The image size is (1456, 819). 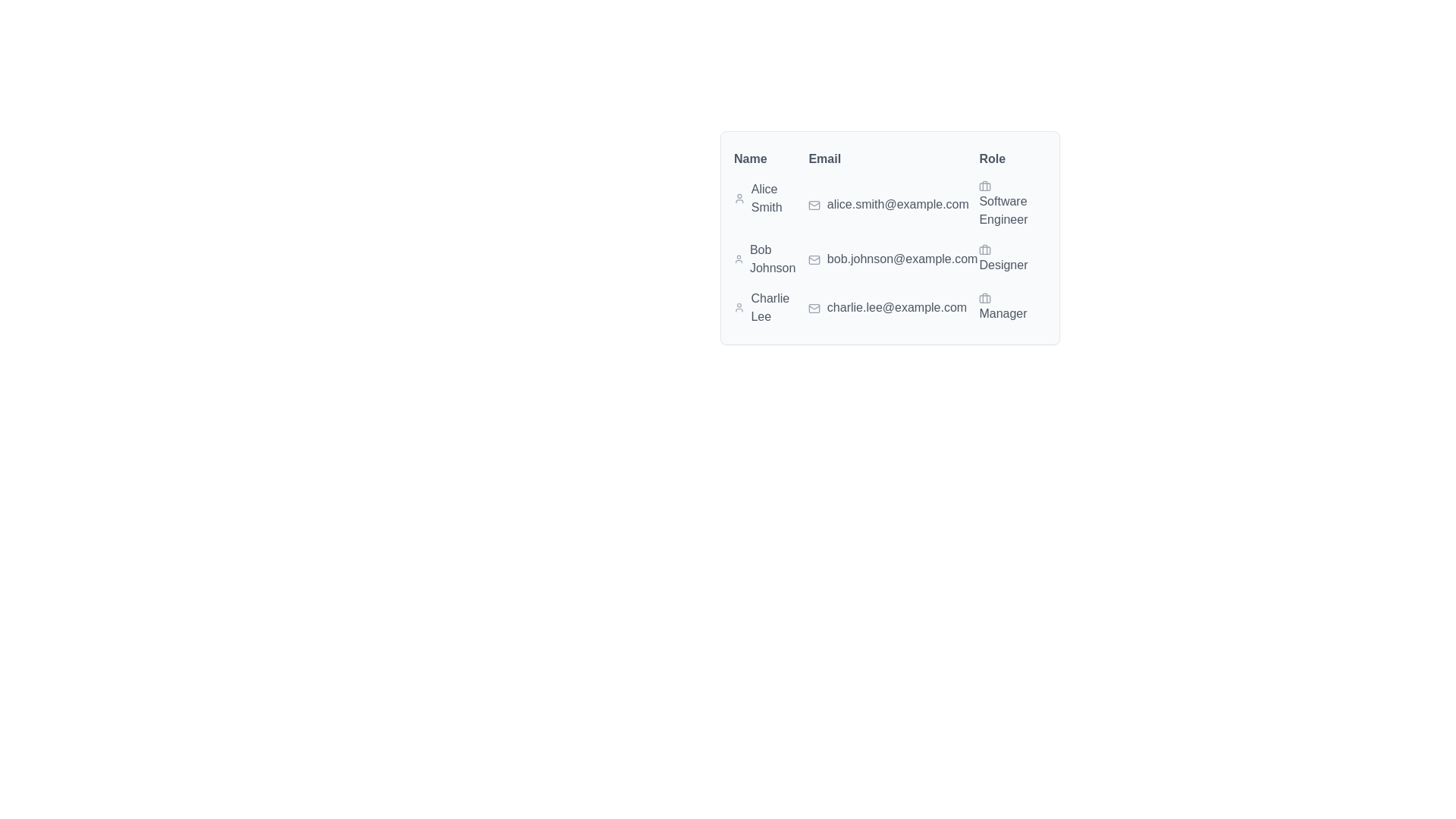 I want to click on the user icon associated with 'Bob Johnson', so click(x=739, y=259).